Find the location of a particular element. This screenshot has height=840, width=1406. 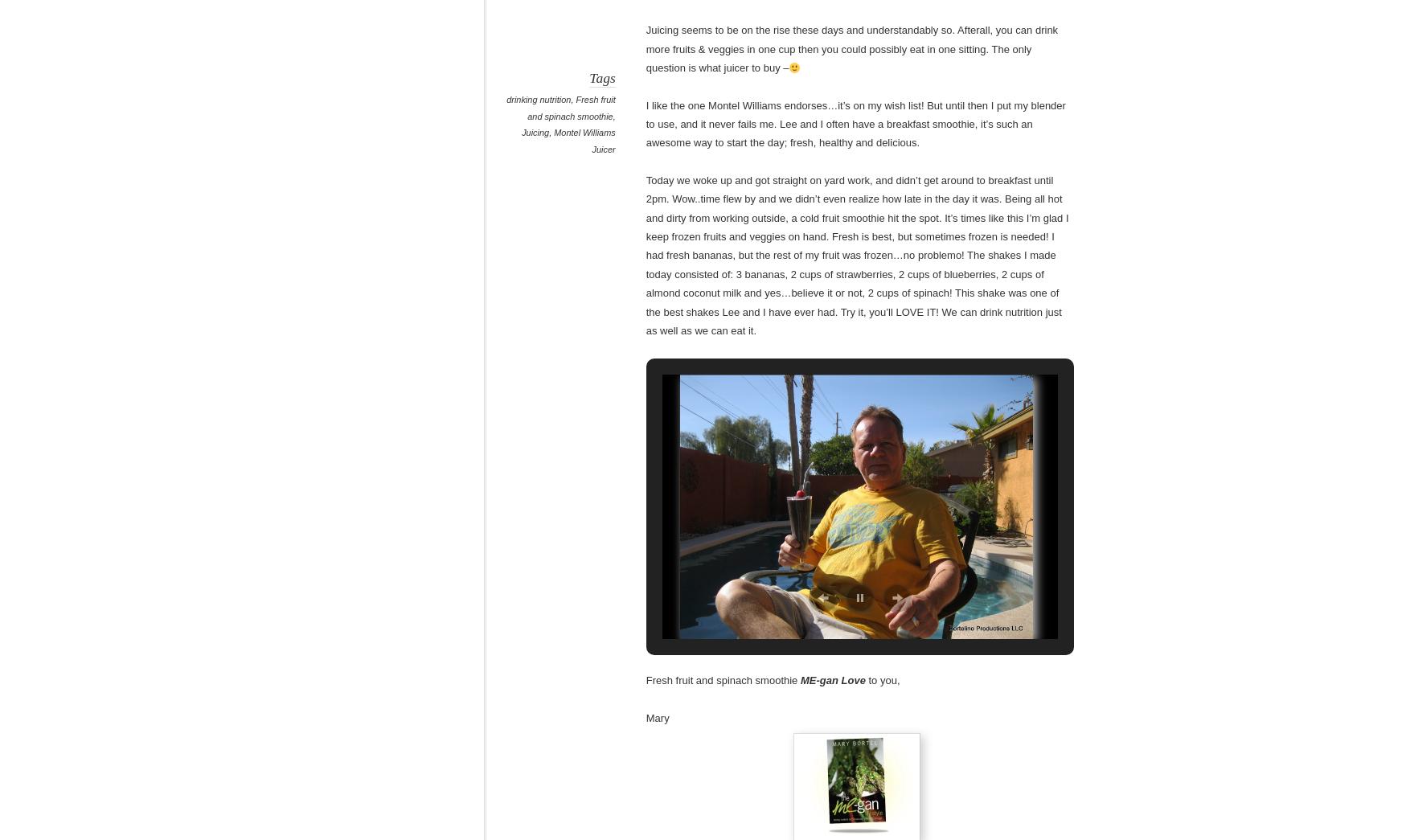

'Mary' is located at coordinates (645, 717).